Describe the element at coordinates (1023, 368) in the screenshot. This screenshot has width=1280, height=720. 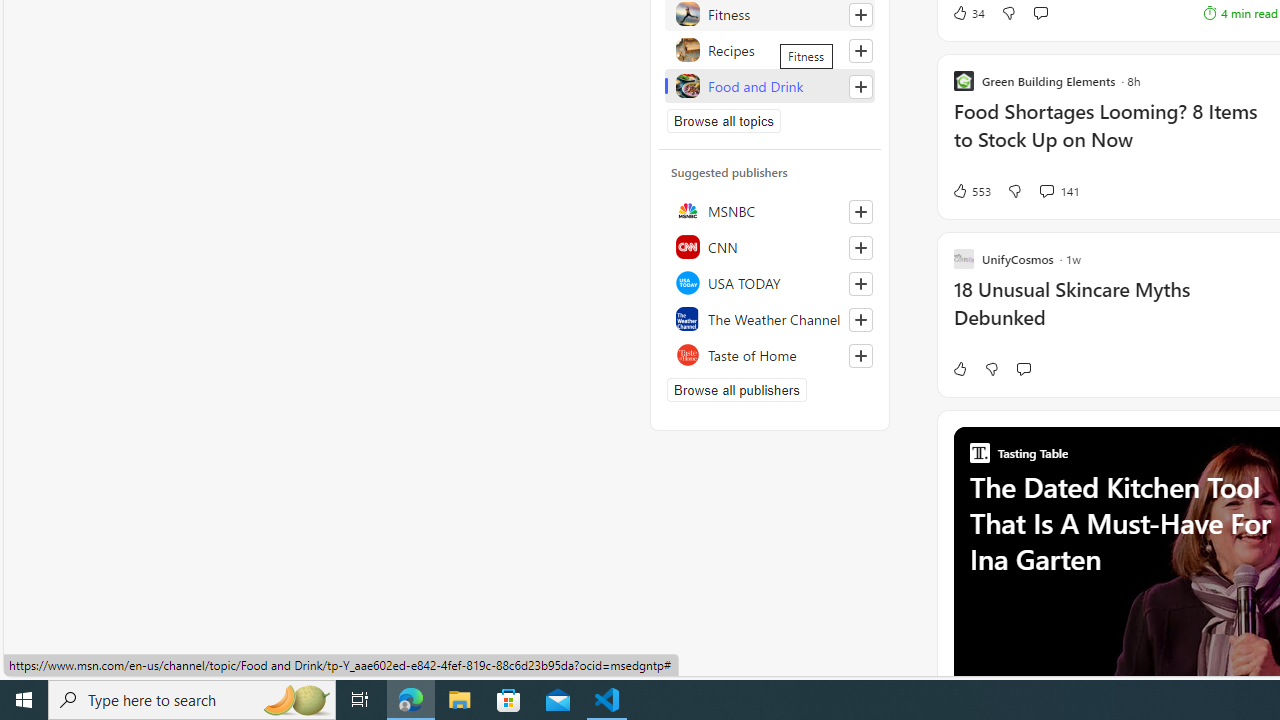
I see `'Start the conversation'` at that location.